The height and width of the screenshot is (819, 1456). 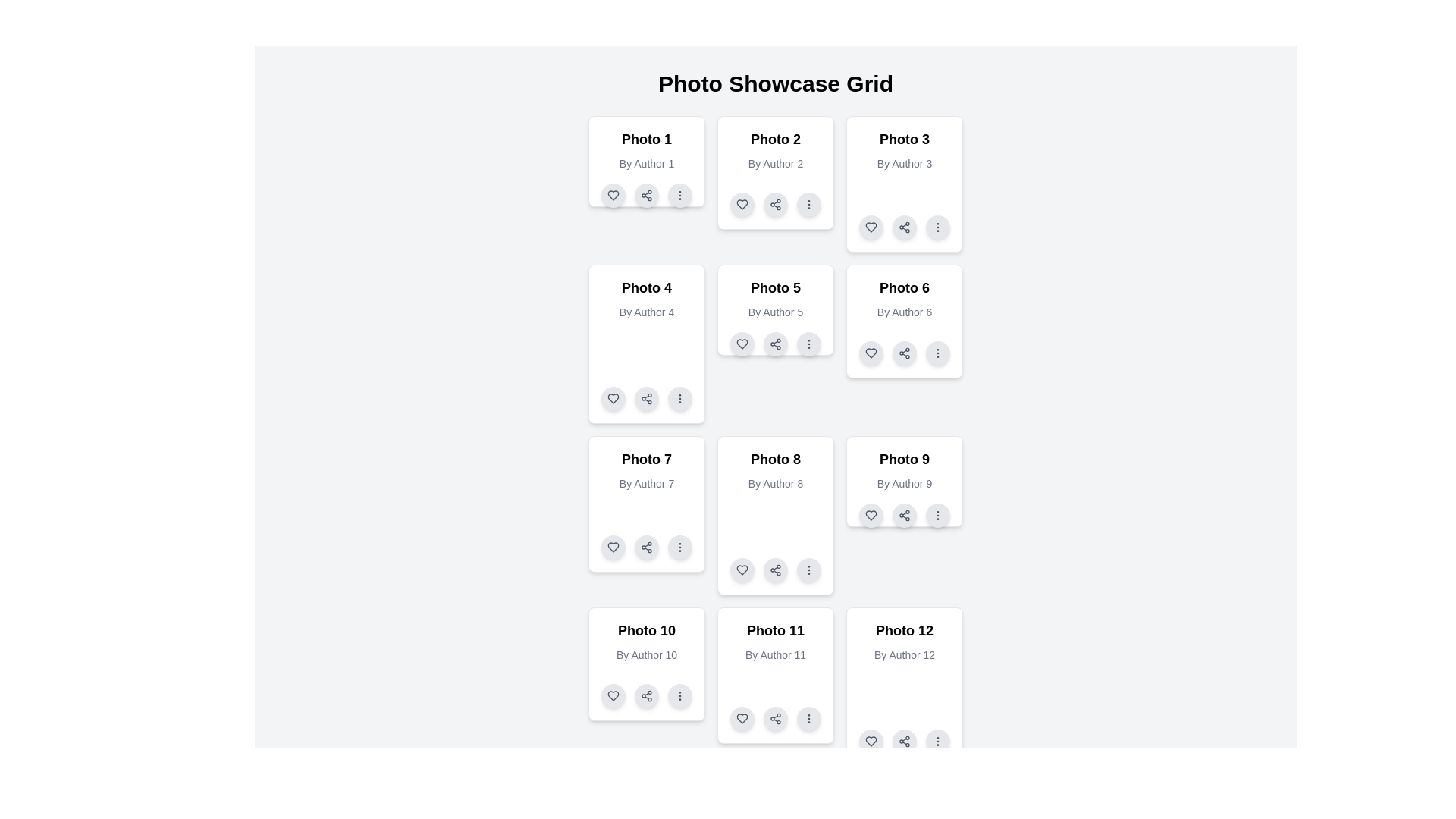 What do you see at coordinates (742, 570) in the screenshot?
I see `the circular 'like' button with a light gray background and a heart icon, located` at bounding box center [742, 570].